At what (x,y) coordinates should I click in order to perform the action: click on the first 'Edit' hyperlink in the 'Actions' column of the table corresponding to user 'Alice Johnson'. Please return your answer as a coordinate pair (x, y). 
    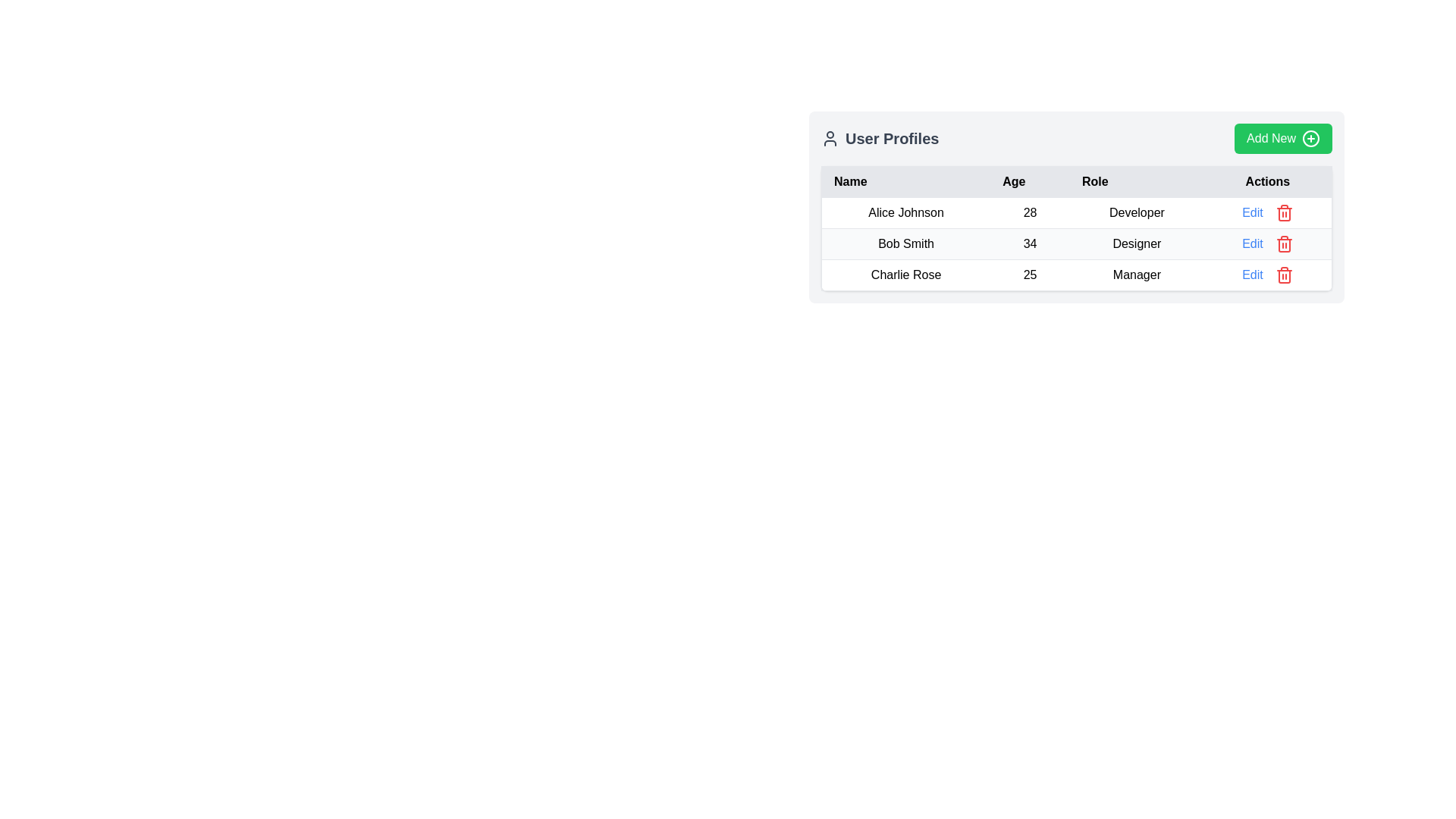
    Looking at the image, I should click on (1252, 213).